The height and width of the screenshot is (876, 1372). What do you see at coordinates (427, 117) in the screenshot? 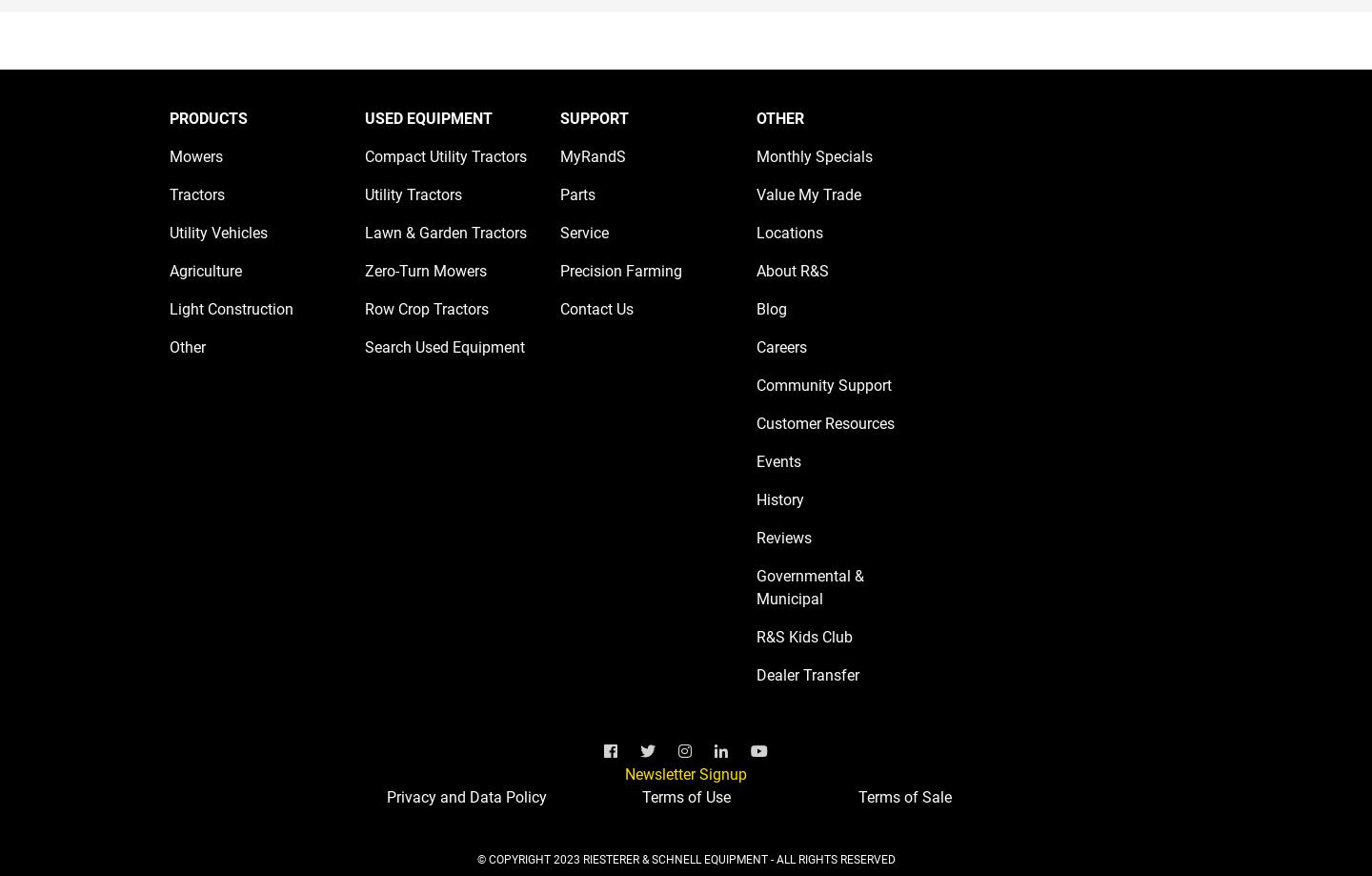
I see `'USED EQUIPMENT'` at bounding box center [427, 117].